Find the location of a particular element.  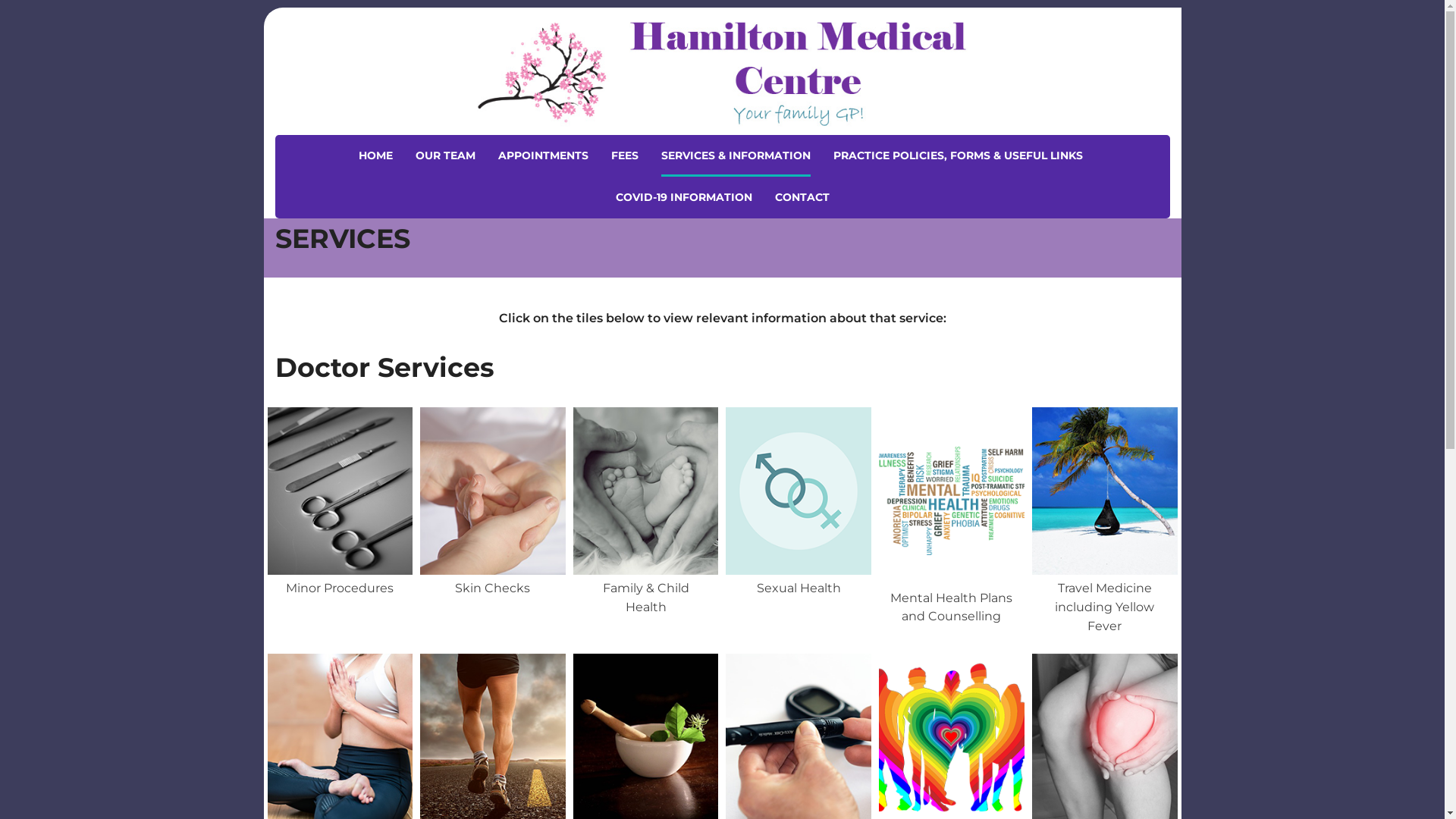

'HOME' is located at coordinates (375, 155).